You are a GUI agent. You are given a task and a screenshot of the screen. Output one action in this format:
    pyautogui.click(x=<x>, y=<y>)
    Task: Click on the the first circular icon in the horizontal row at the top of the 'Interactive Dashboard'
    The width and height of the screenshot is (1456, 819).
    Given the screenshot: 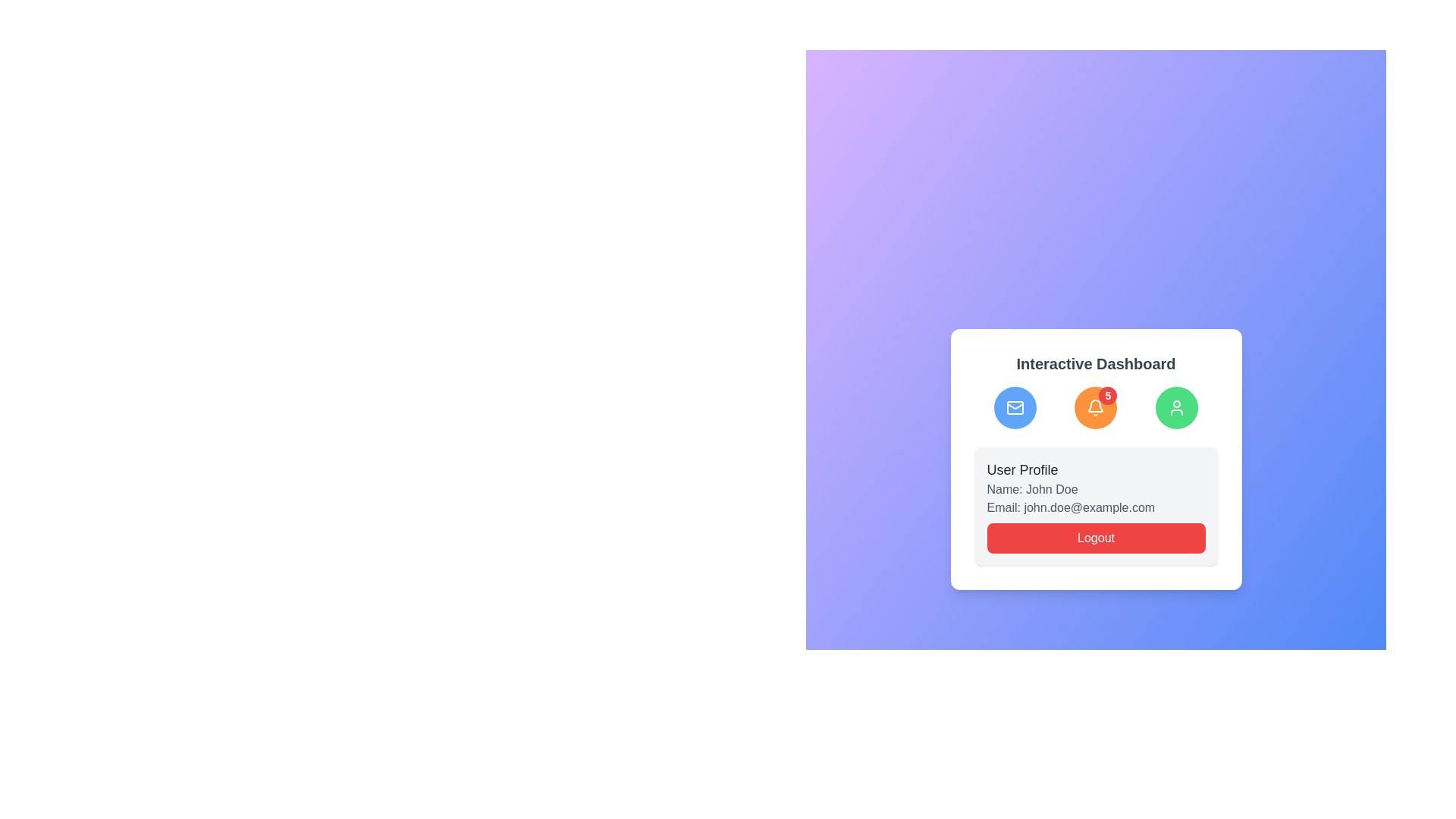 What is the action you would take?
    pyautogui.click(x=1015, y=406)
    